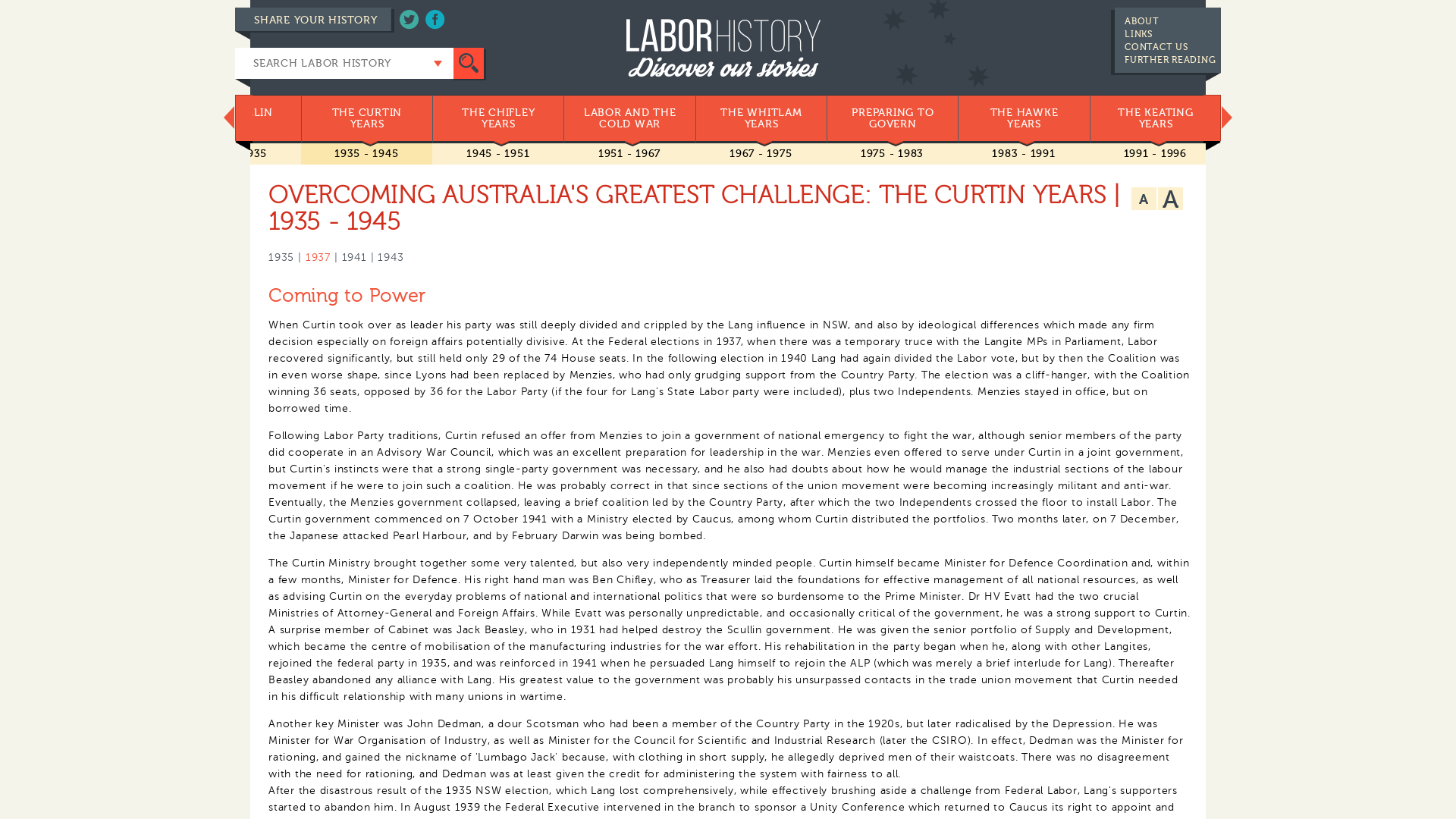 The image size is (1456, 819). Describe the element at coordinates (497, 118) in the screenshot. I see `'THE CHIFLEY YEARS'` at that location.